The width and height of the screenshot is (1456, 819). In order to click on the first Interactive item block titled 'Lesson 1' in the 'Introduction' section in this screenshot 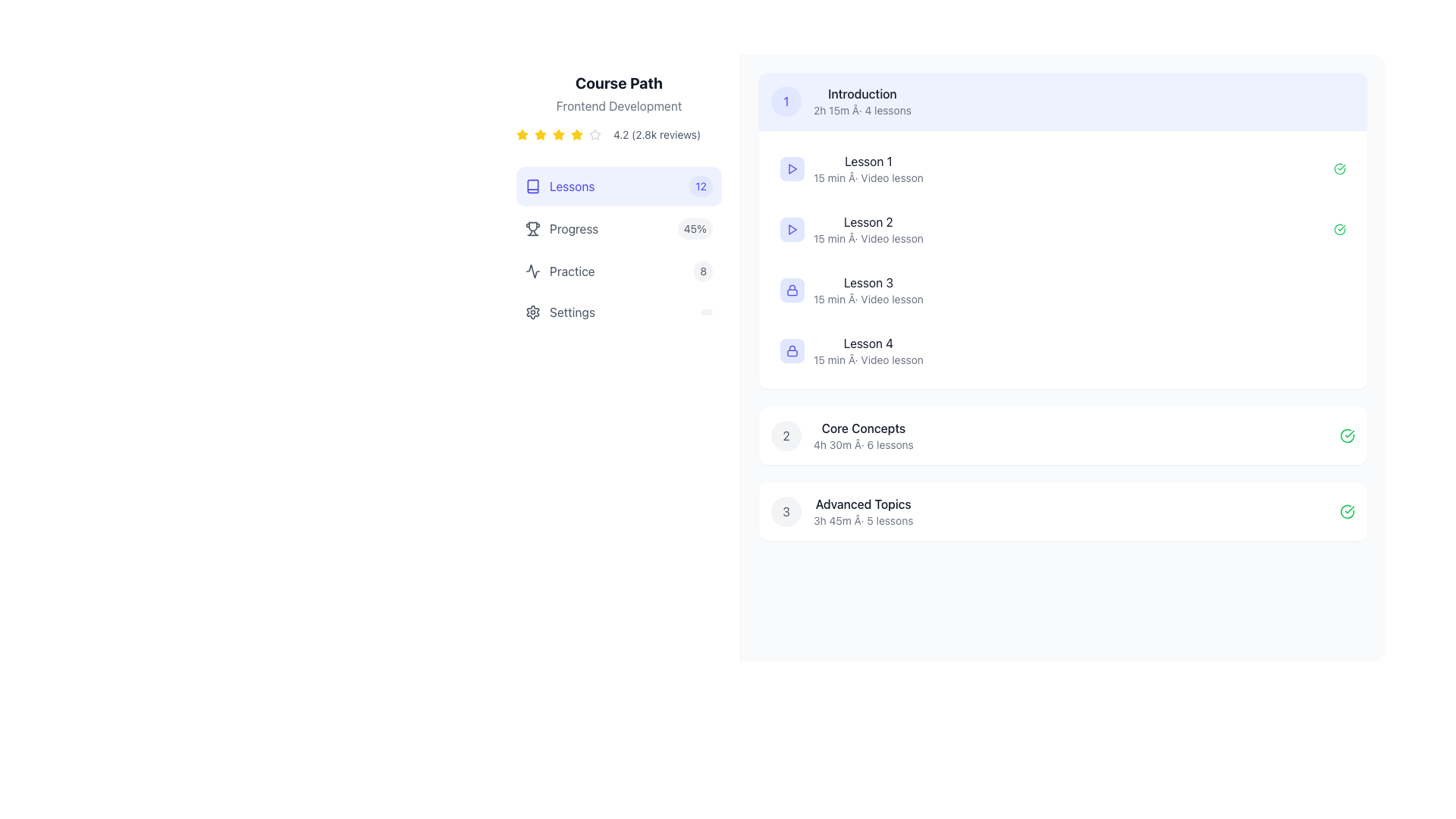, I will do `click(1062, 169)`.